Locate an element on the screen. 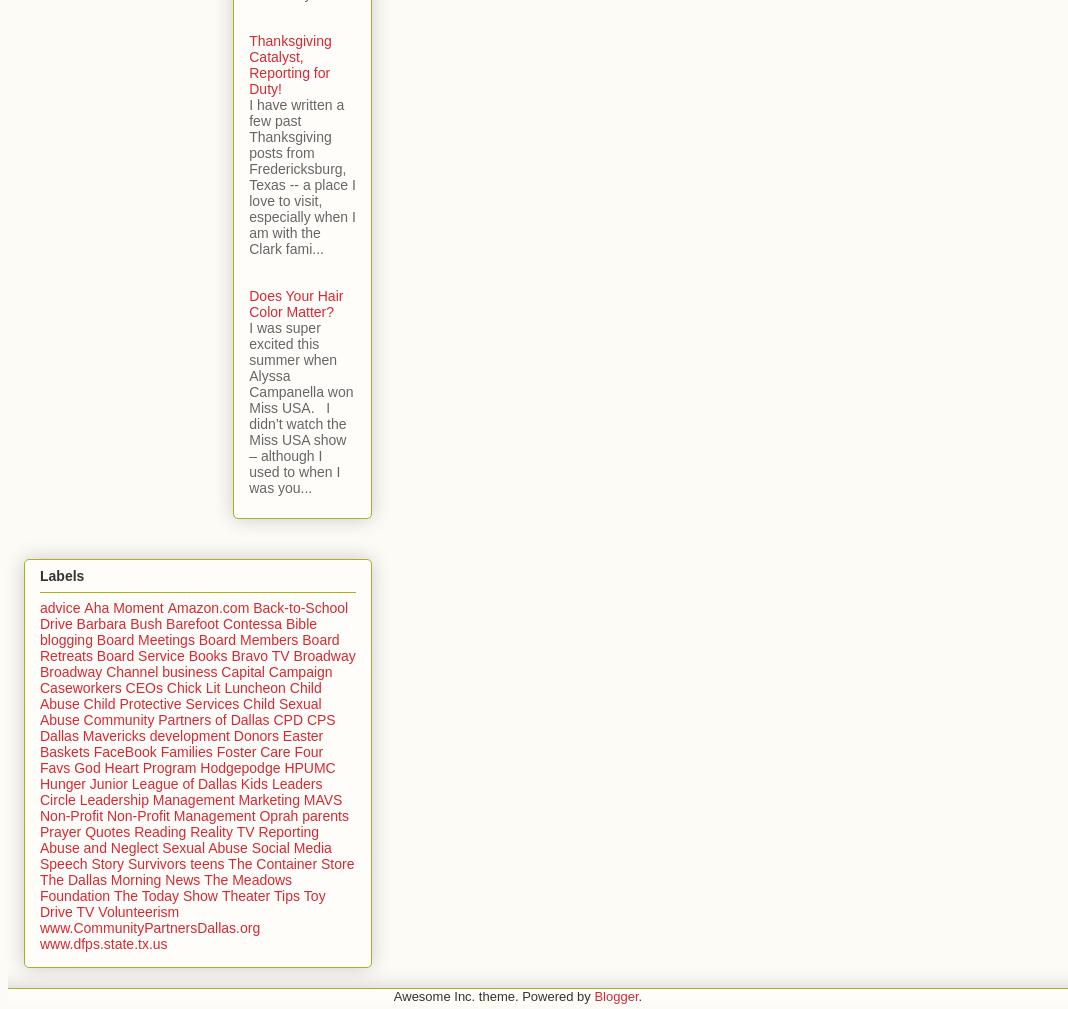 This screenshot has width=1068, height=1009. 'Quotes' is located at coordinates (106, 832).